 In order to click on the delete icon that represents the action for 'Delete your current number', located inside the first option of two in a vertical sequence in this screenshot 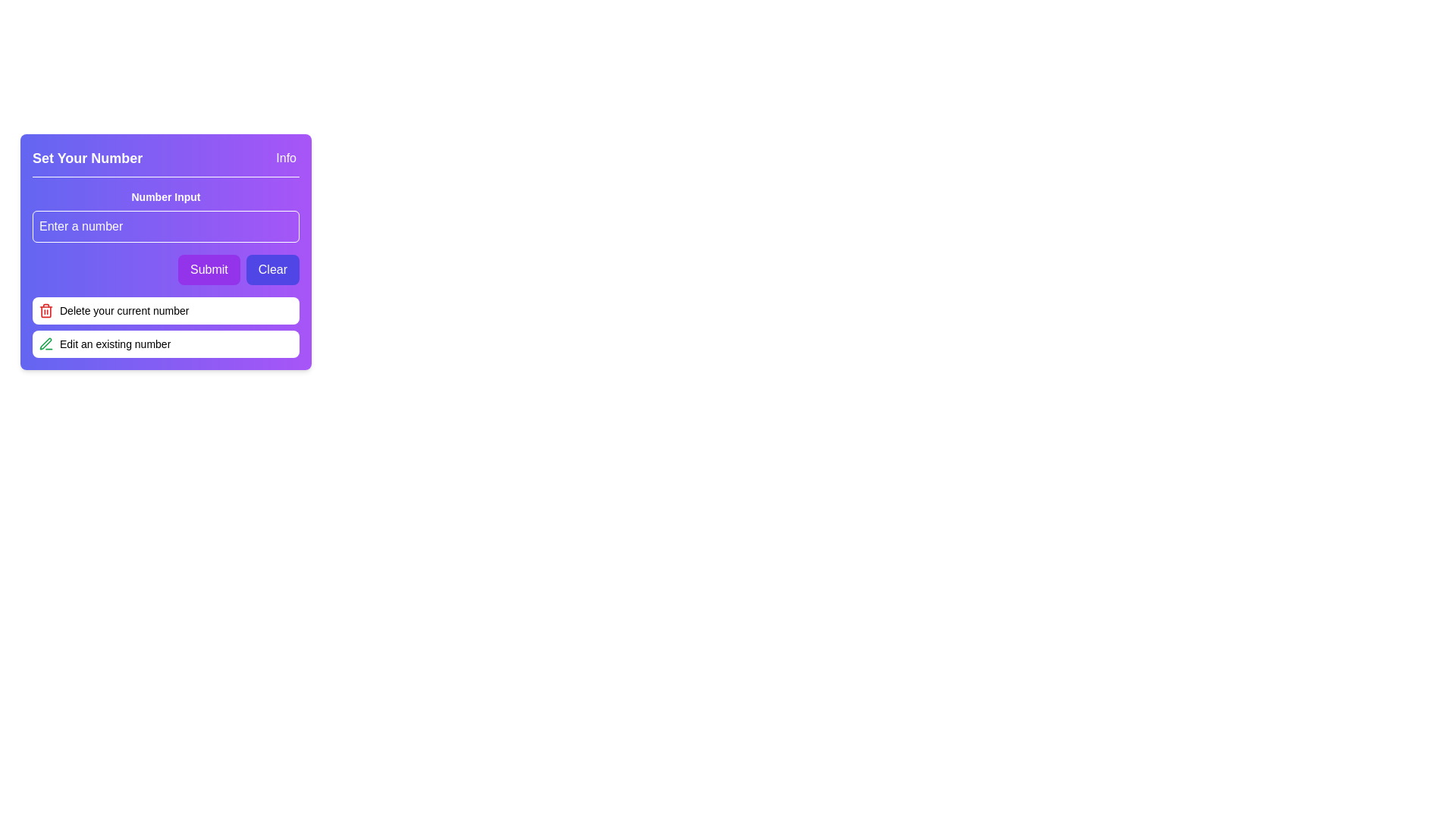, I will do `click(46, 309)`.